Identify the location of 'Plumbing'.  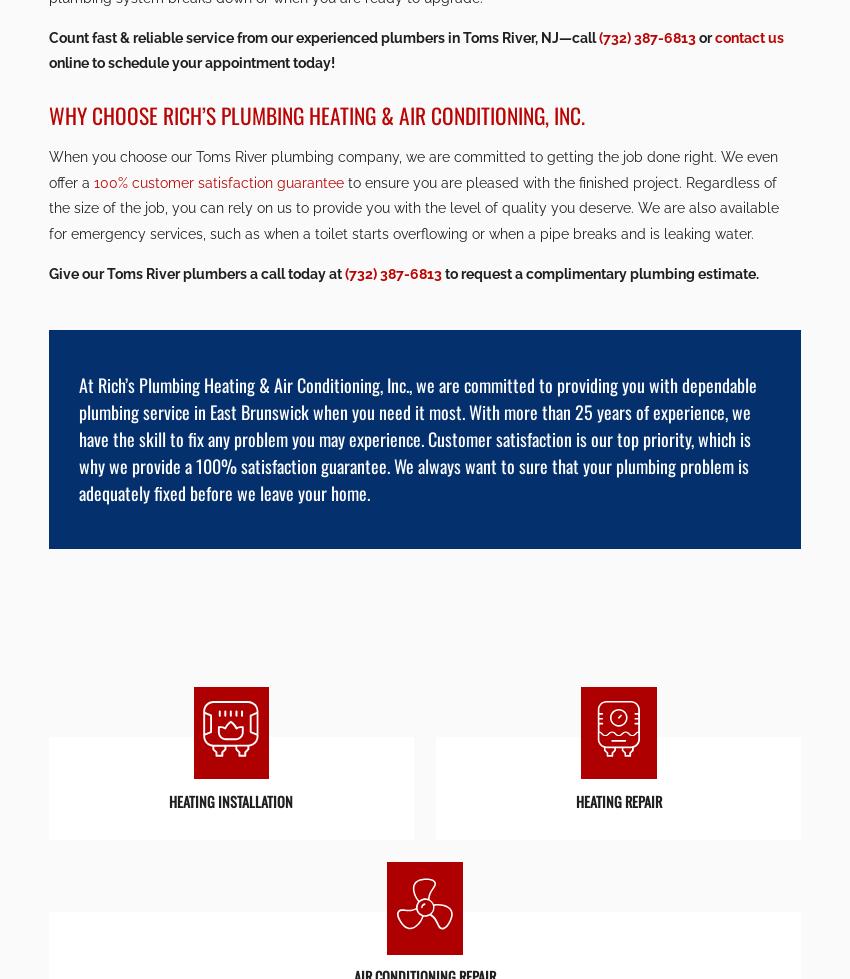
(424, 236).